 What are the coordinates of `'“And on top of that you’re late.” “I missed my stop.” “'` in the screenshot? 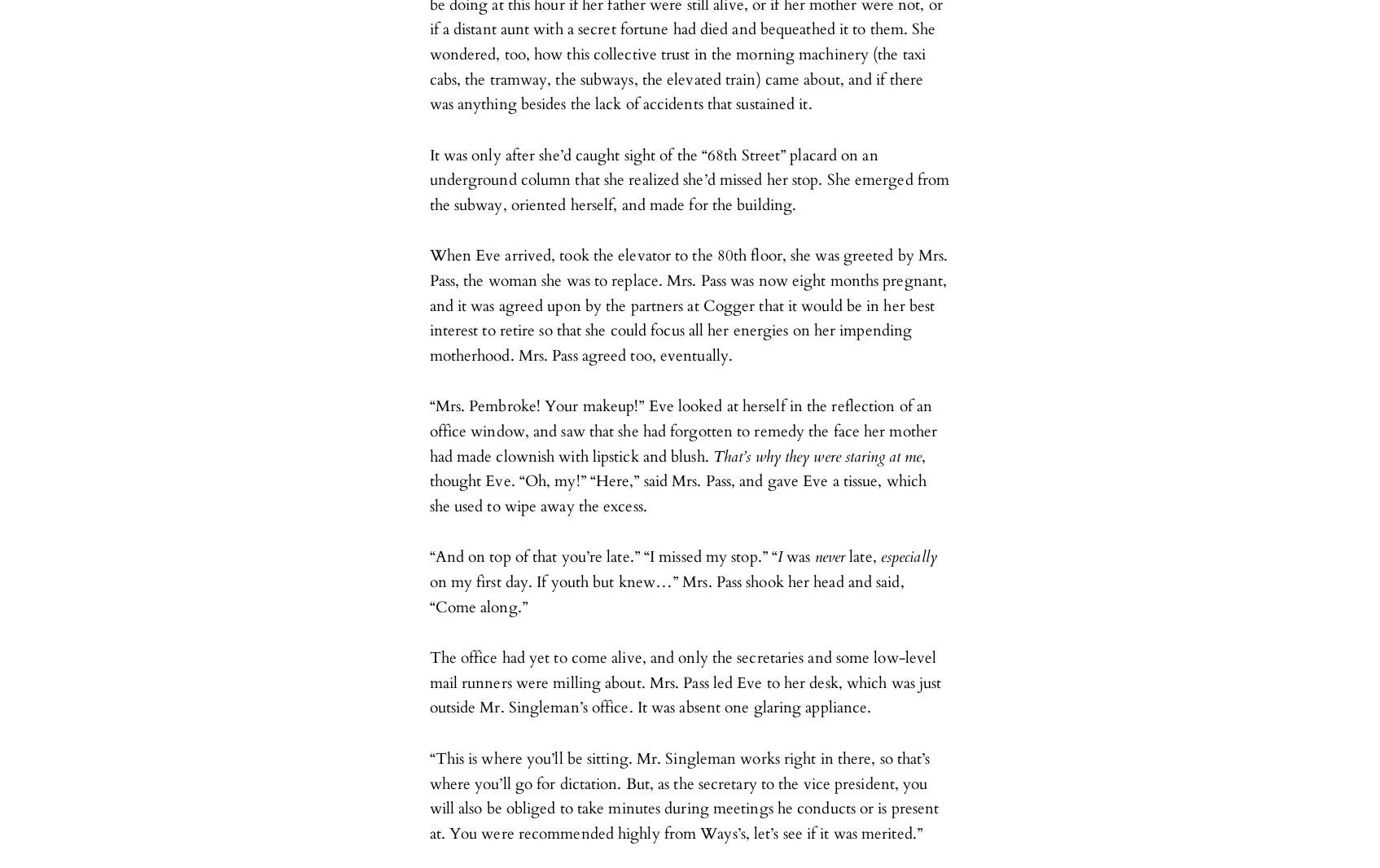 It's located at (428, 556).